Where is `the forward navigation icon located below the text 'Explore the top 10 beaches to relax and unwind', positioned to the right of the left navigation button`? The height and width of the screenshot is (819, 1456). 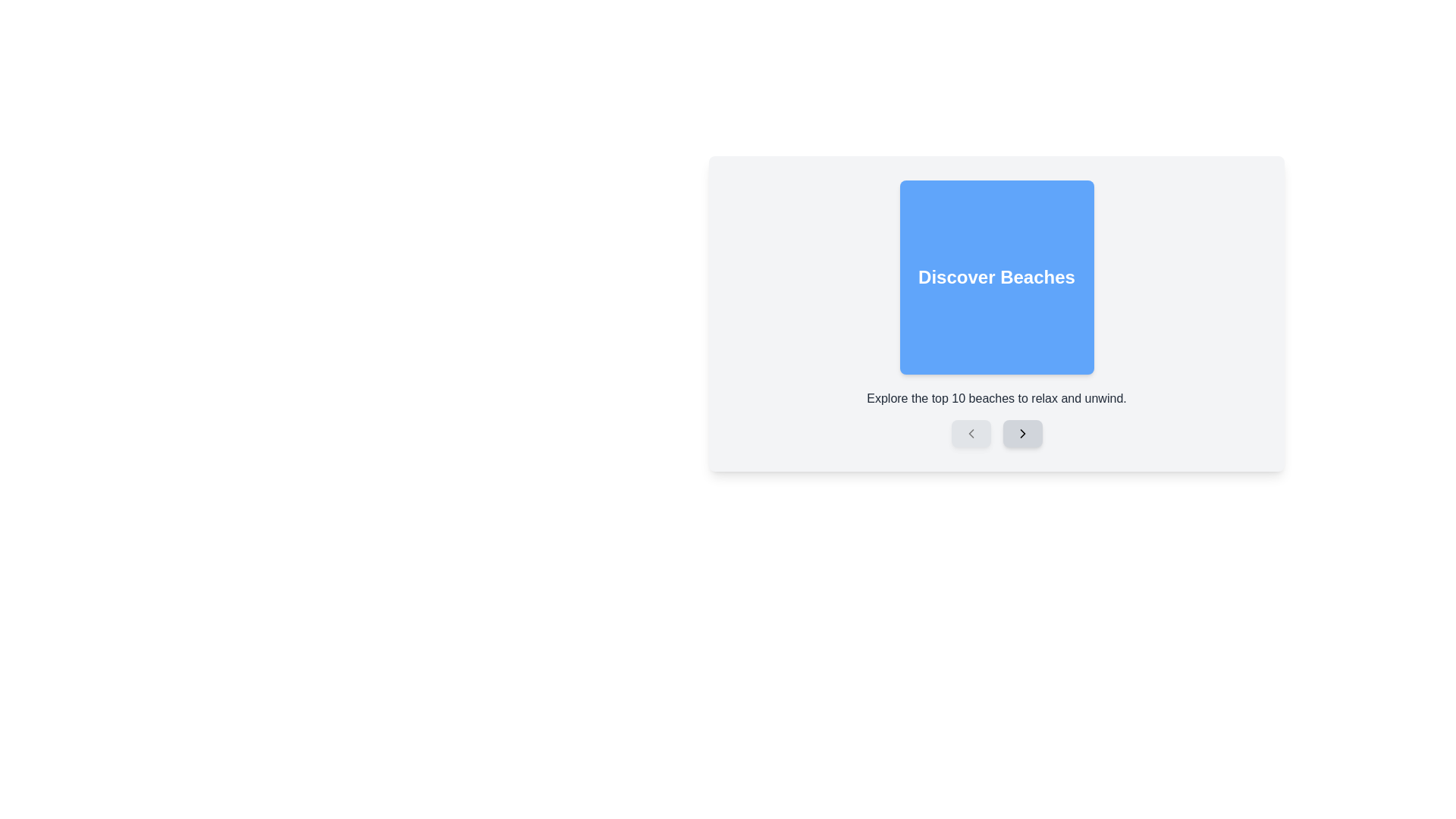 the forward navigation icon located below the text 'Explore the top 10 beaches to relax and unwind', positioned to the right of the left navigation button is located at coordinates (1022, 433).